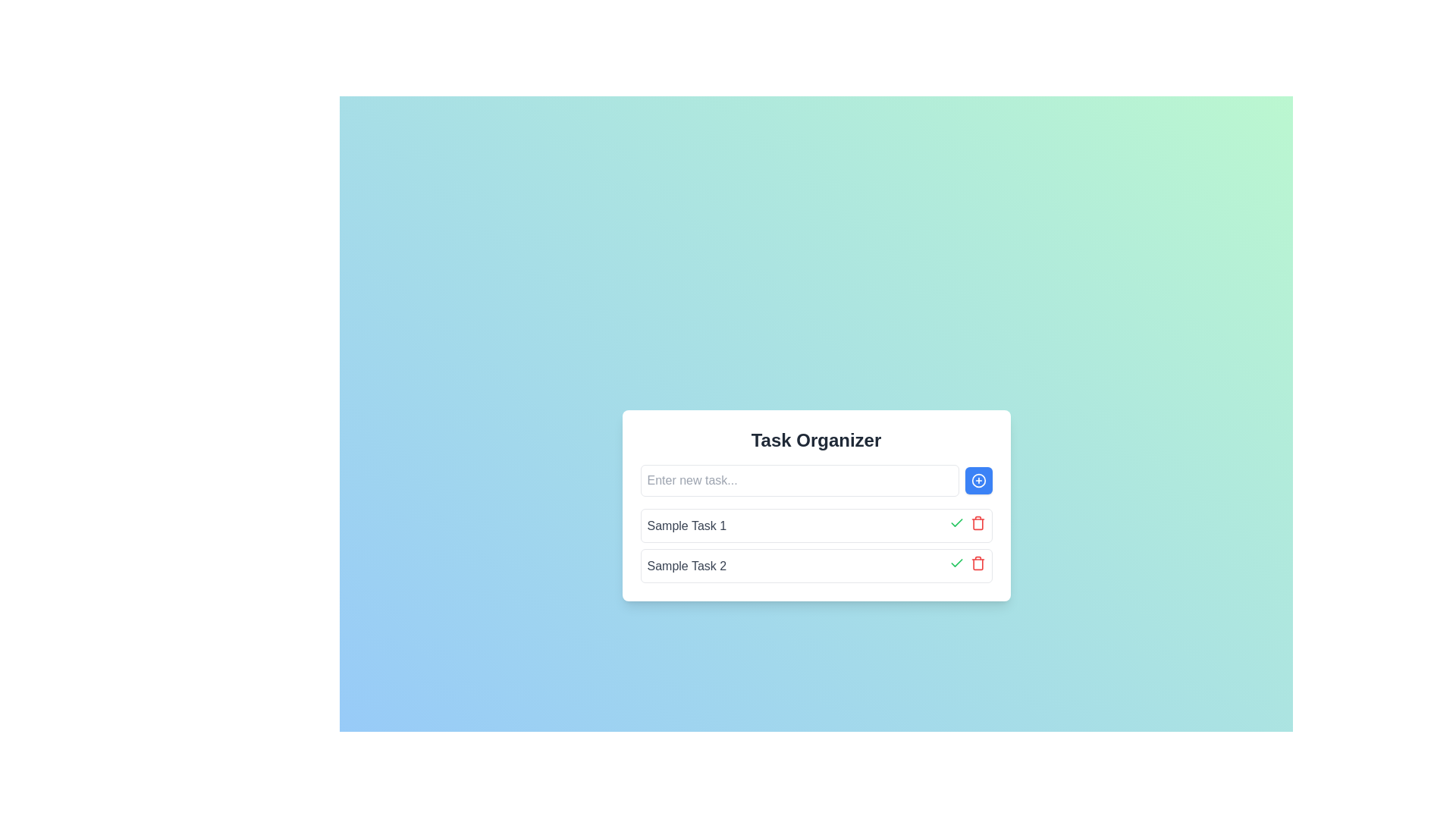  What do you see at coordinates (966, 566) in the screenshot?
I see `the green checkmark button located to the far right of the row containing 'Sample Task 2' to mark the task as complete` at bounding box center [966, 566].